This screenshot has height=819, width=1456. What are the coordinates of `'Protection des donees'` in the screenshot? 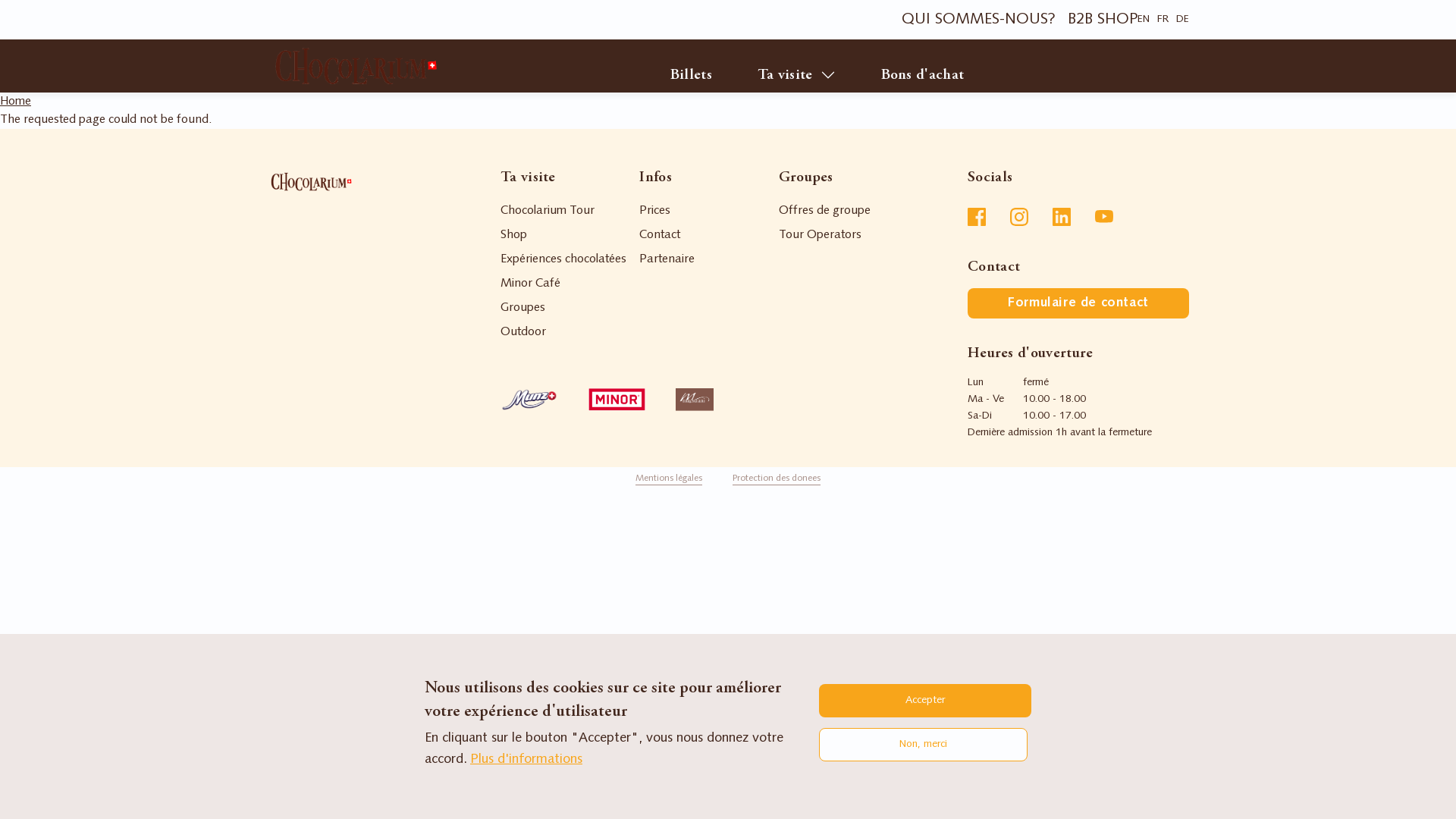 It's located at (776, 479).